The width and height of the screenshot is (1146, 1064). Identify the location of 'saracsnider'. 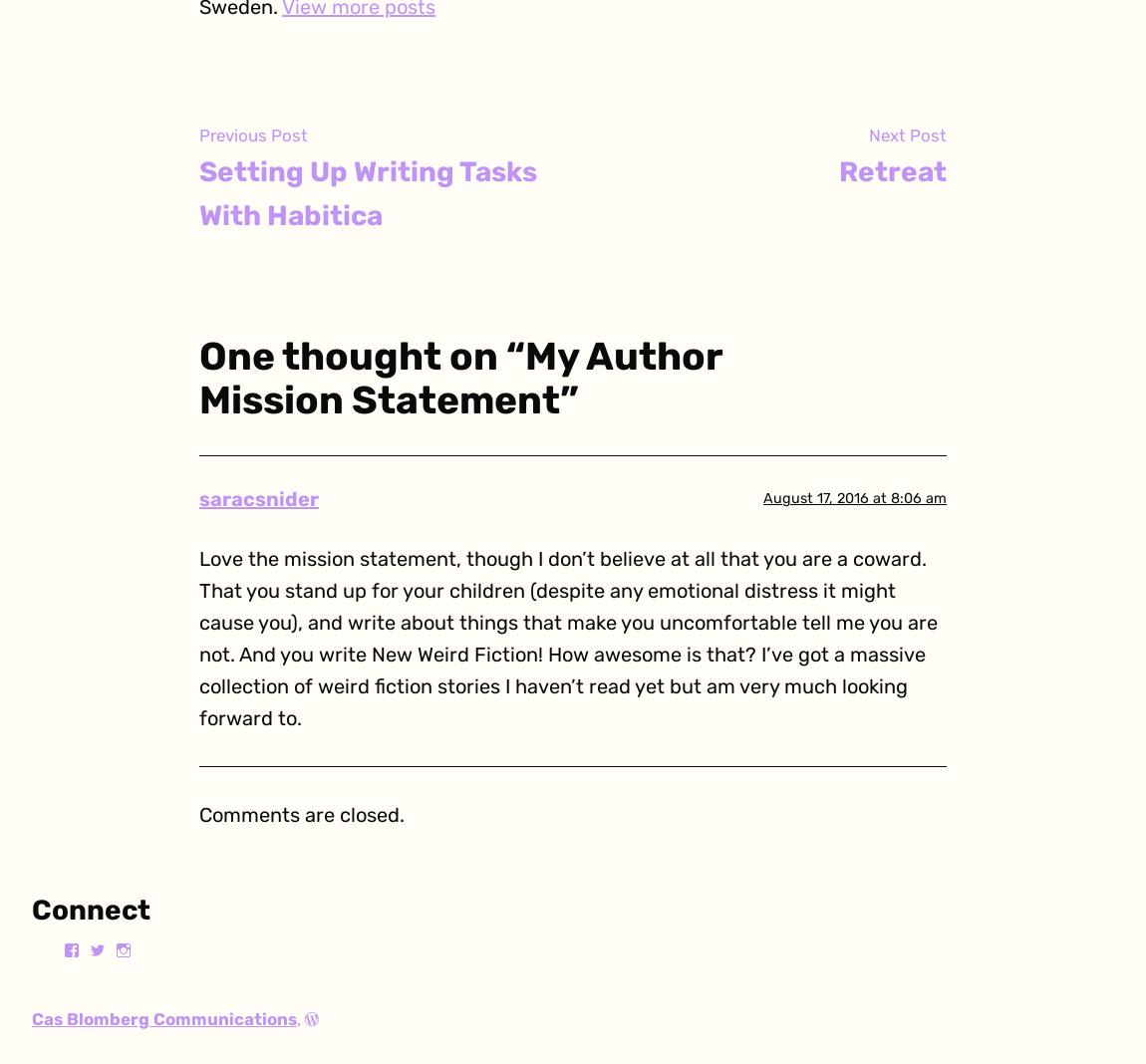
(258, 498).